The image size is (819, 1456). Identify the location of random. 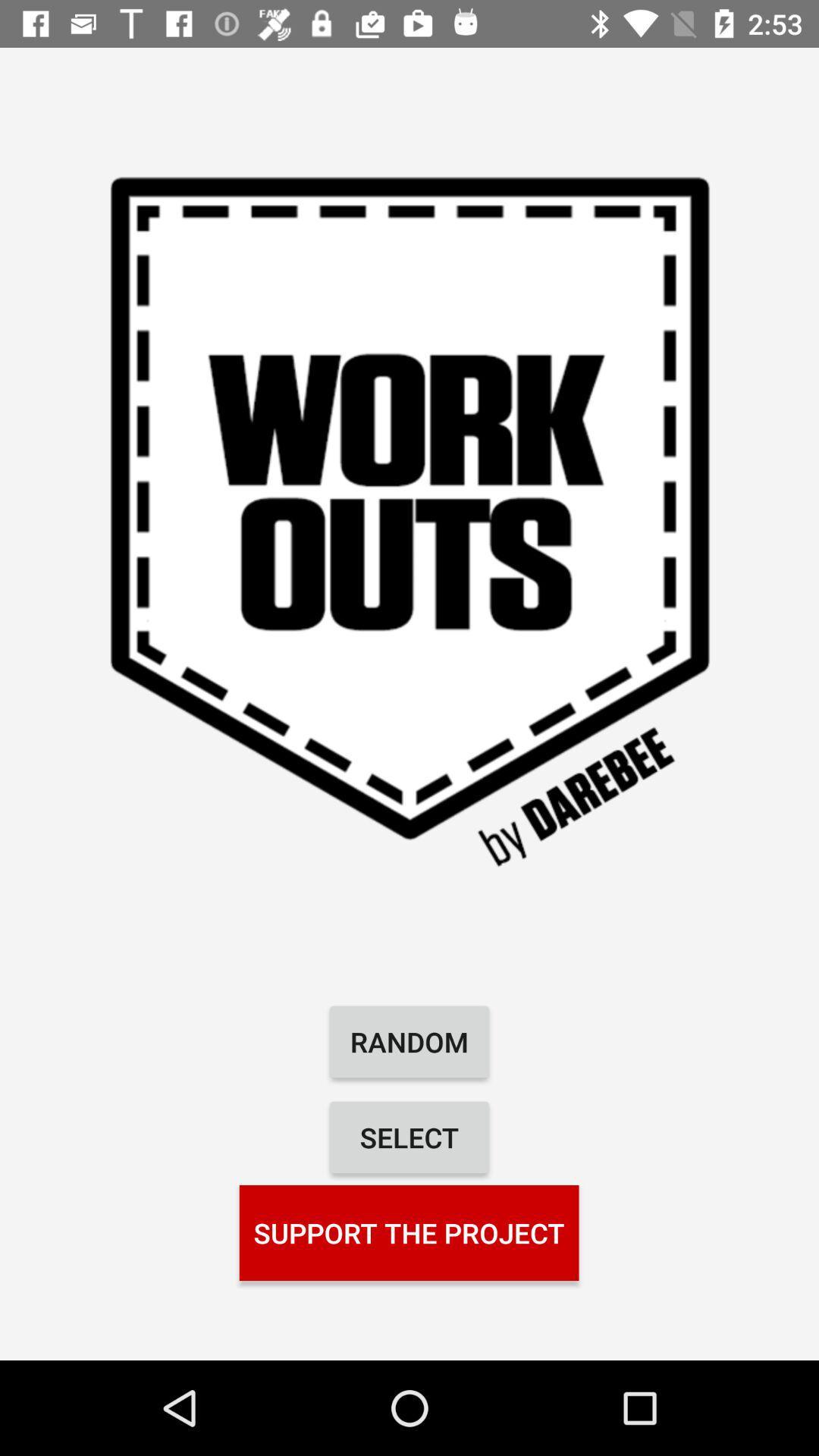
(409, 1040).